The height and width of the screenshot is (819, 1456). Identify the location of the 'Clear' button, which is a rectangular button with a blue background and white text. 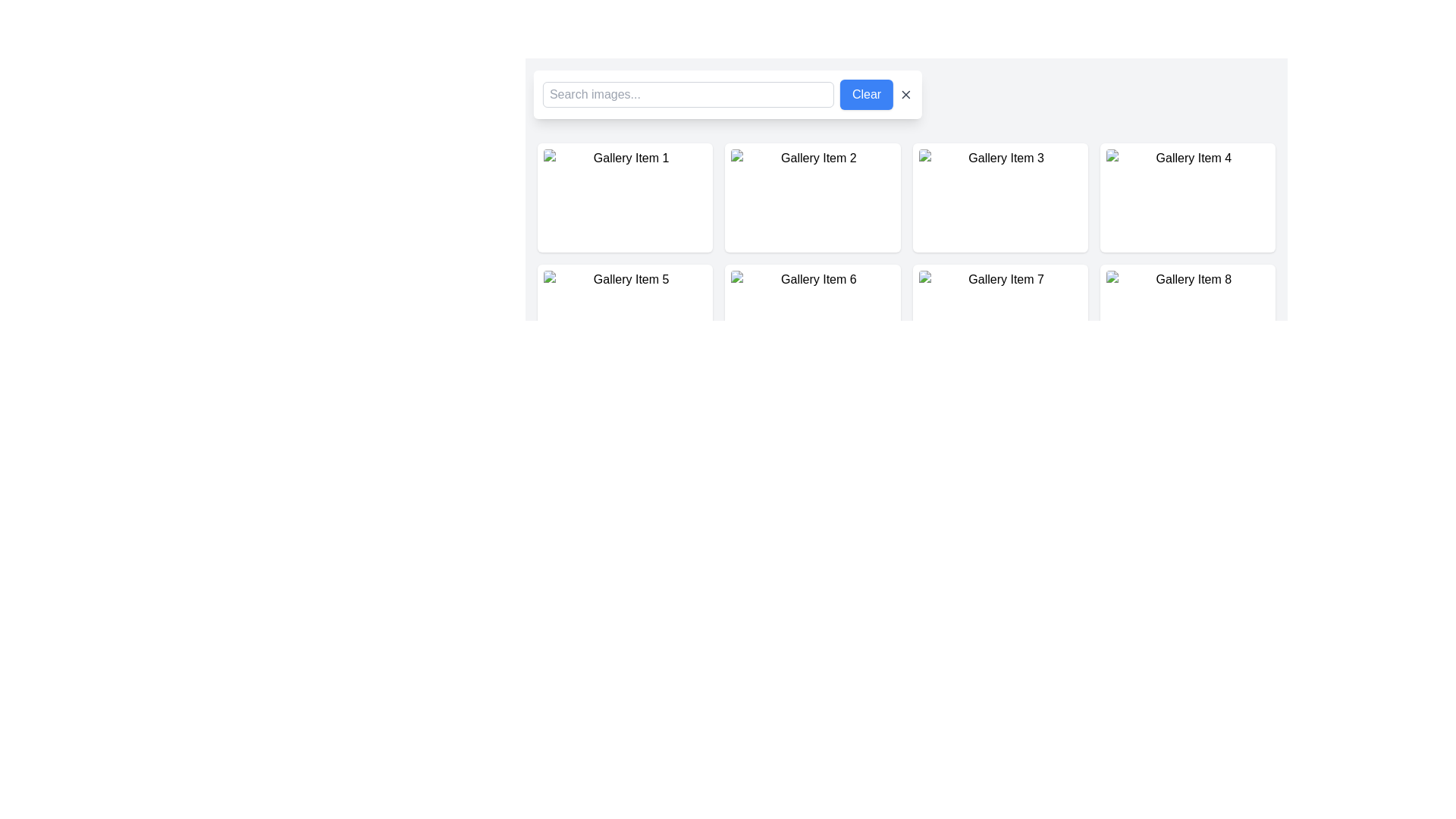
(866, 94).